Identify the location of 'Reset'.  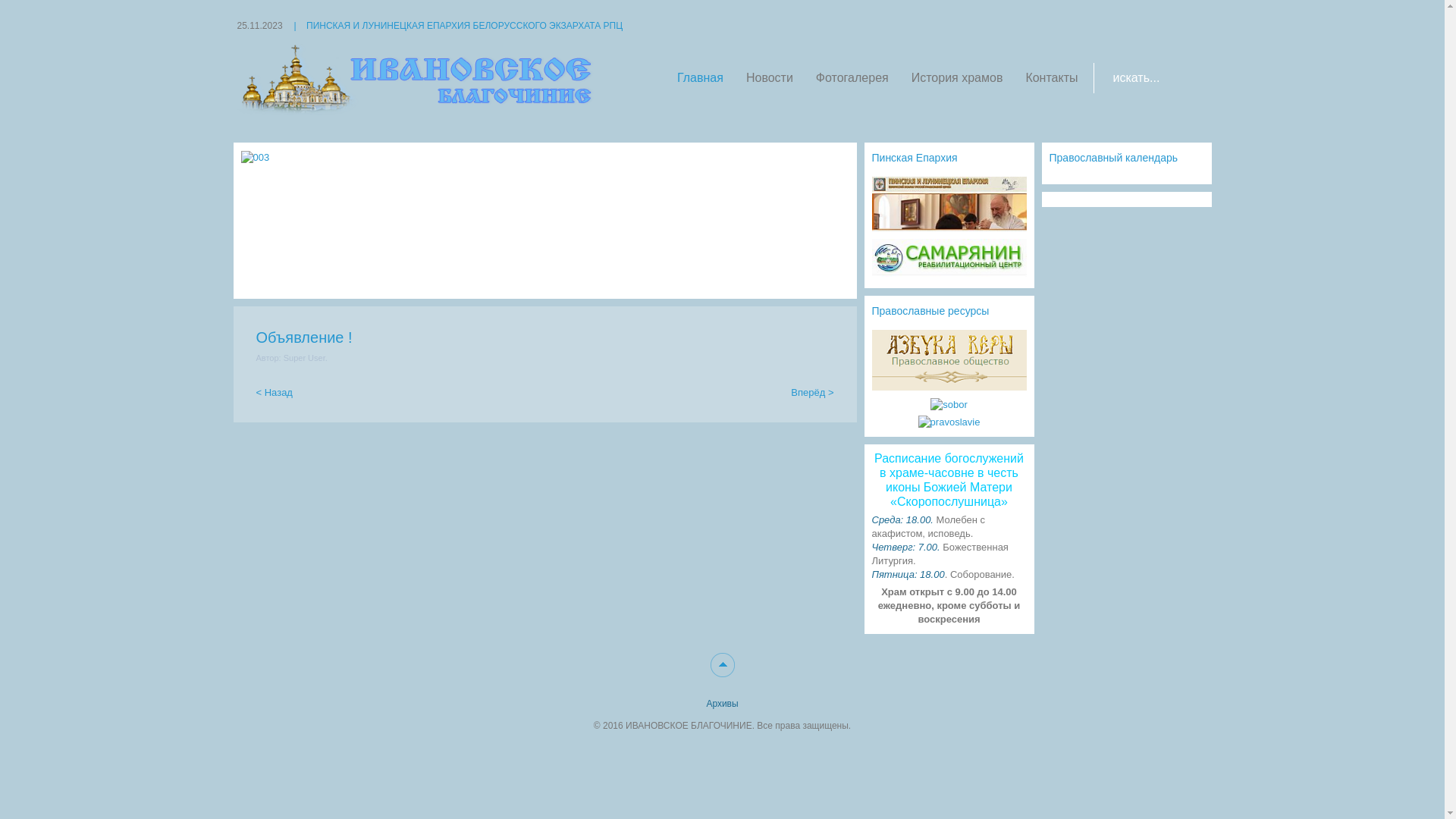
(3, 2).